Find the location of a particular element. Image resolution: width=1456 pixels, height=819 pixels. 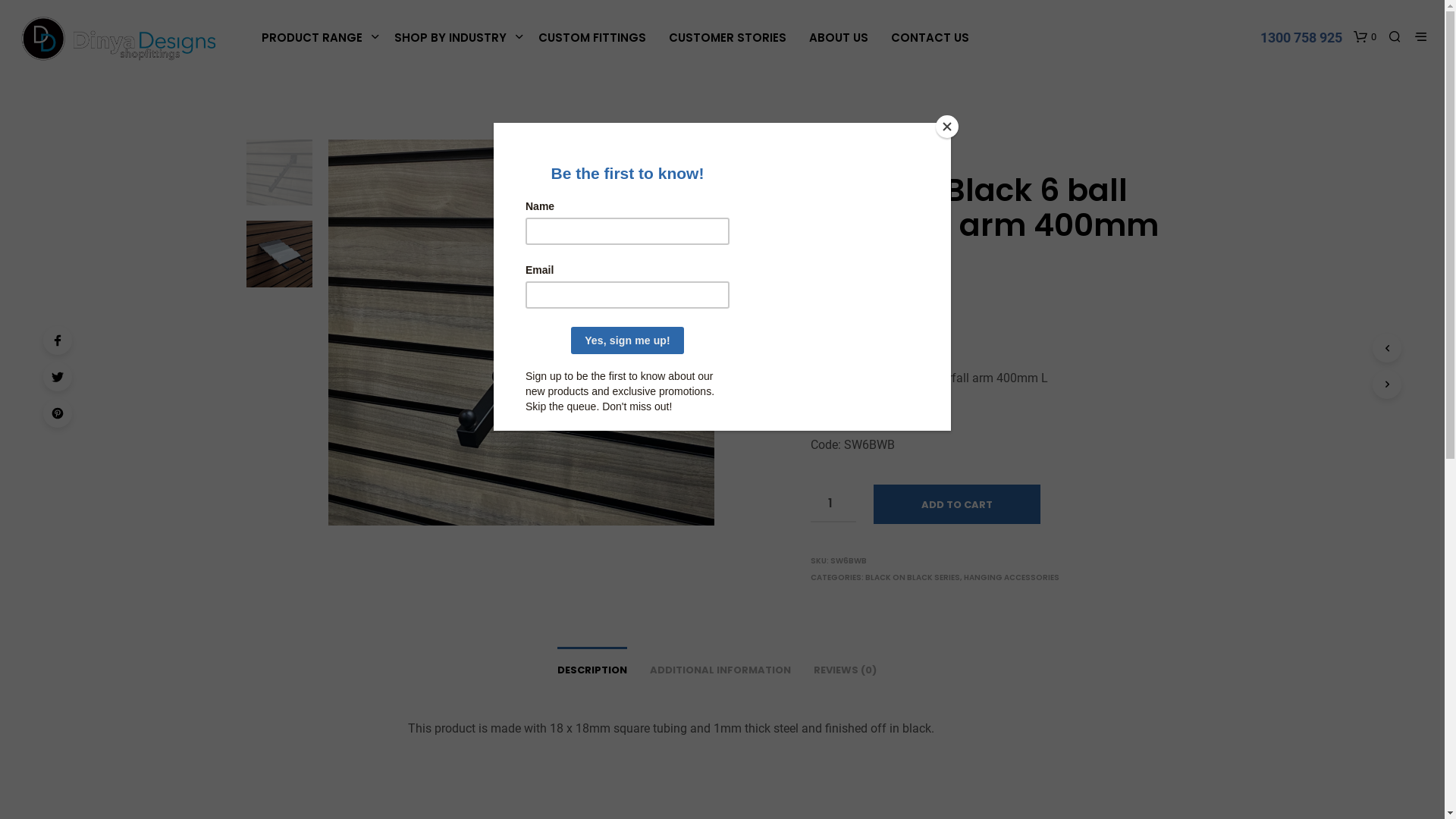

'ABOUT US' is located at coordinates (837, 37).